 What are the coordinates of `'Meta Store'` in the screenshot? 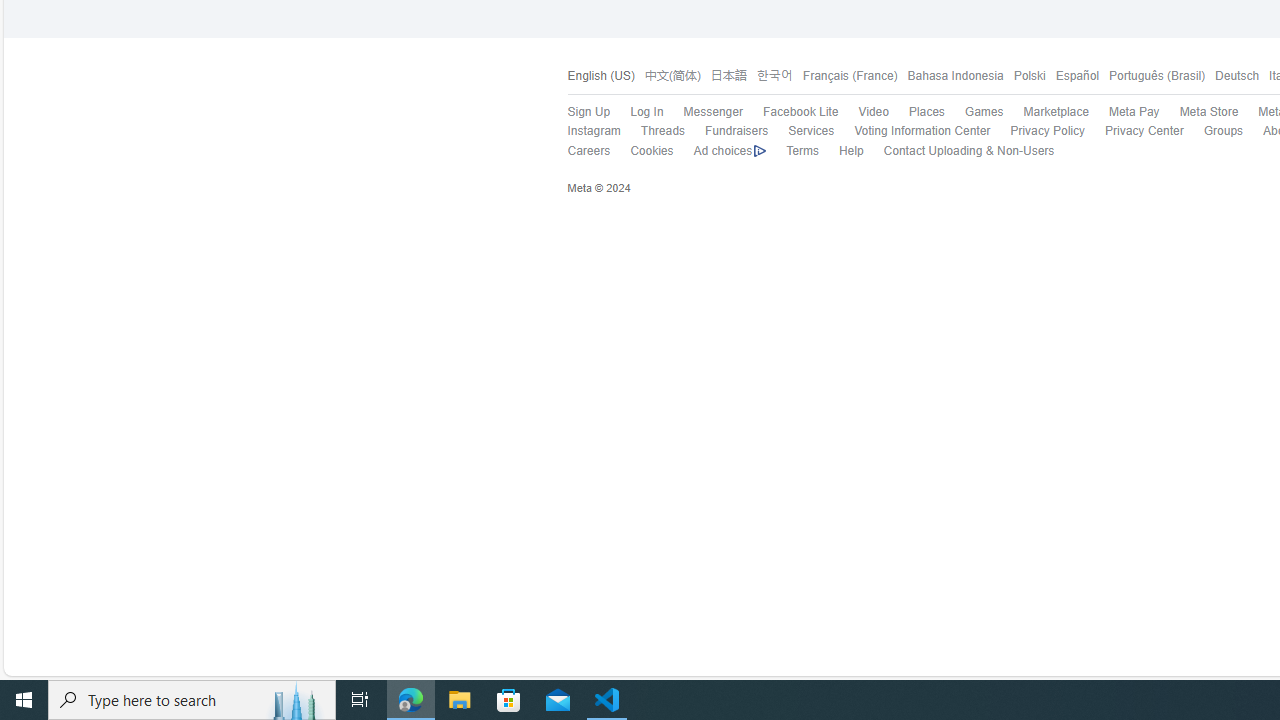 It's located at (1198, 113).